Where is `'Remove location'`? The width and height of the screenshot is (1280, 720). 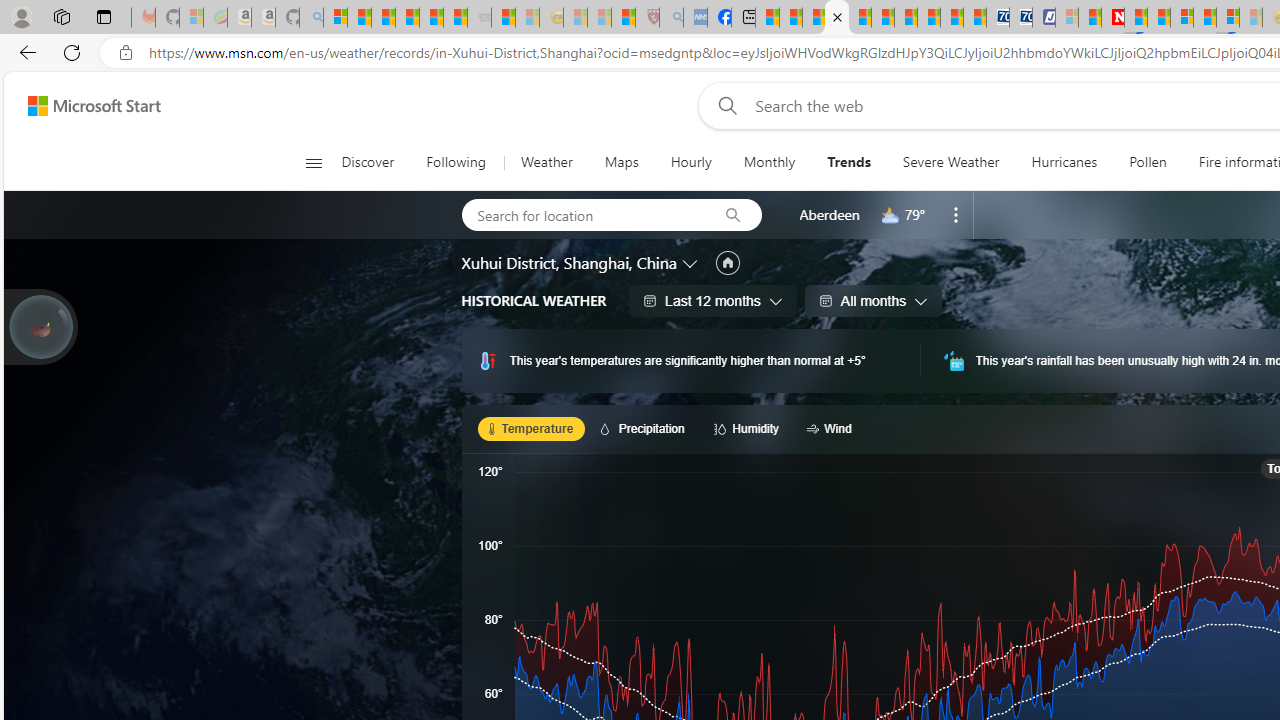 'Remove location' is located at coordinates (955, 214).